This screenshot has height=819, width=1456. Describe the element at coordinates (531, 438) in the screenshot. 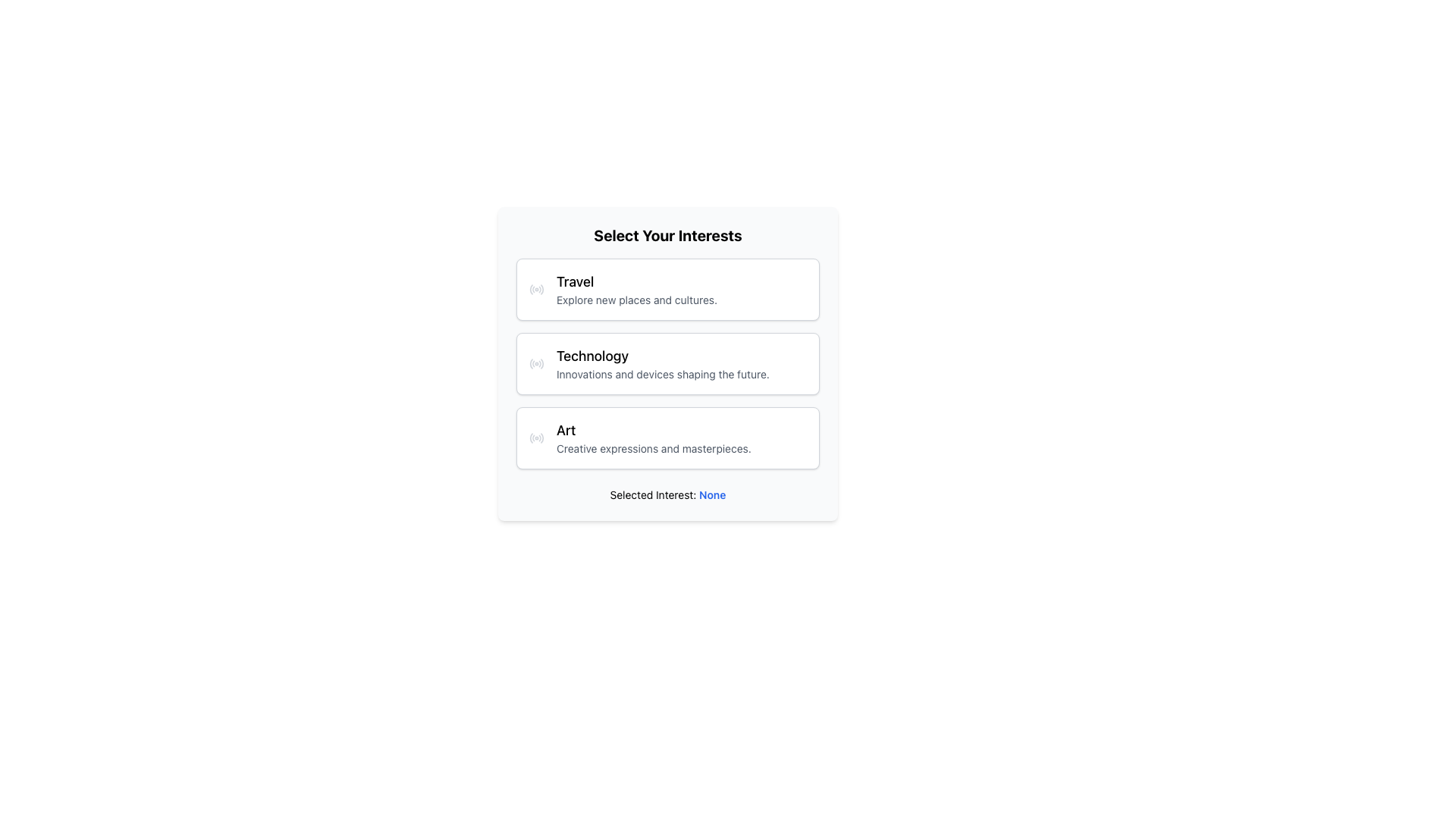

I see `the outermost arc of the radiating signal icon, which is part of the Decorative Icon Component associated with the interest labeled 'Art'` at that location.